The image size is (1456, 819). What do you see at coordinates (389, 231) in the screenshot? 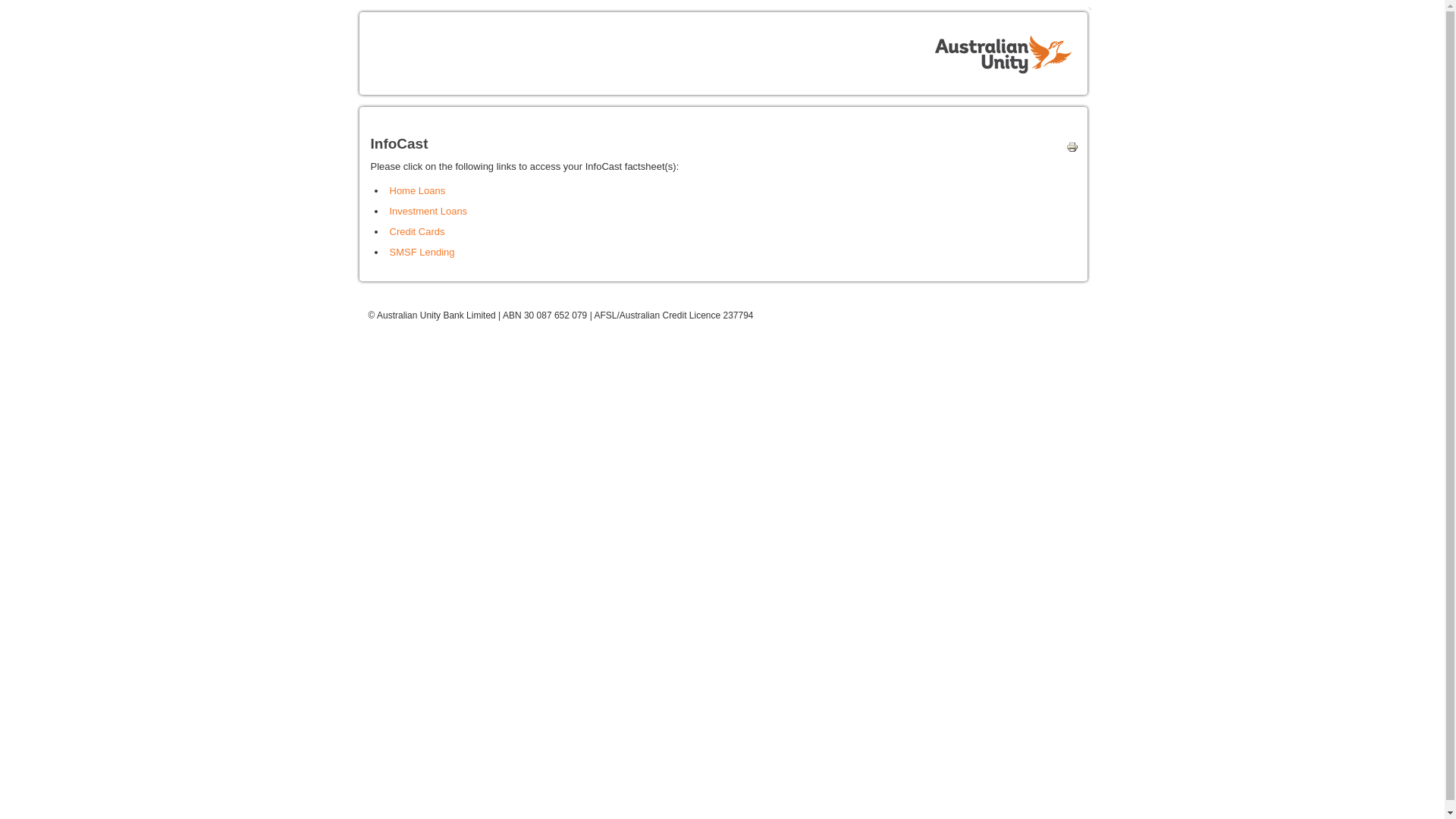
I see `'Credit Cards'` at bounding box center [389, 231].